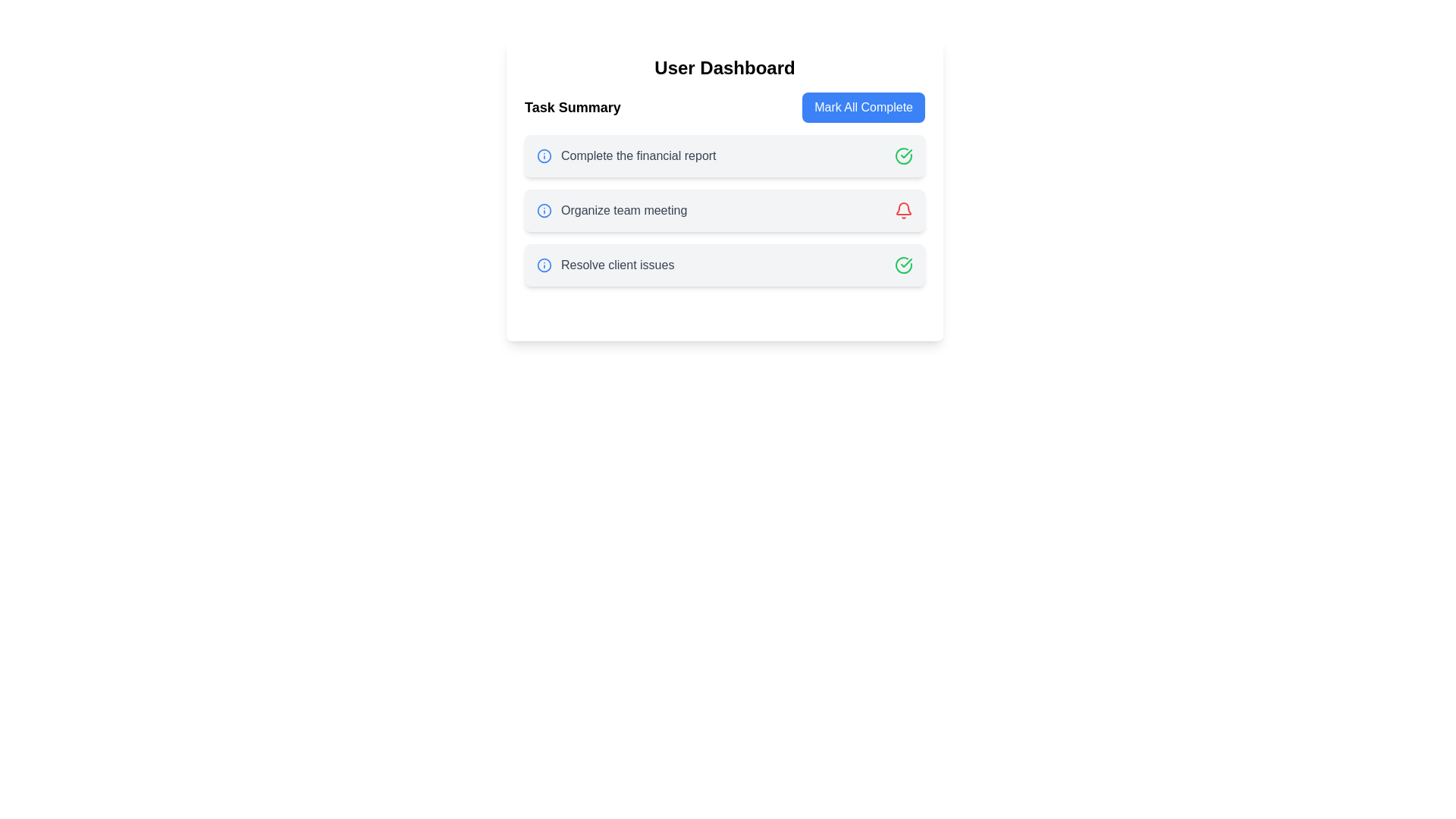 The width and height of the screenshot is (1456, 819). I want to click on the static text header at the top of the dashboard section, which provides contextual information about the page's purpose and contents, so click(723, 67).